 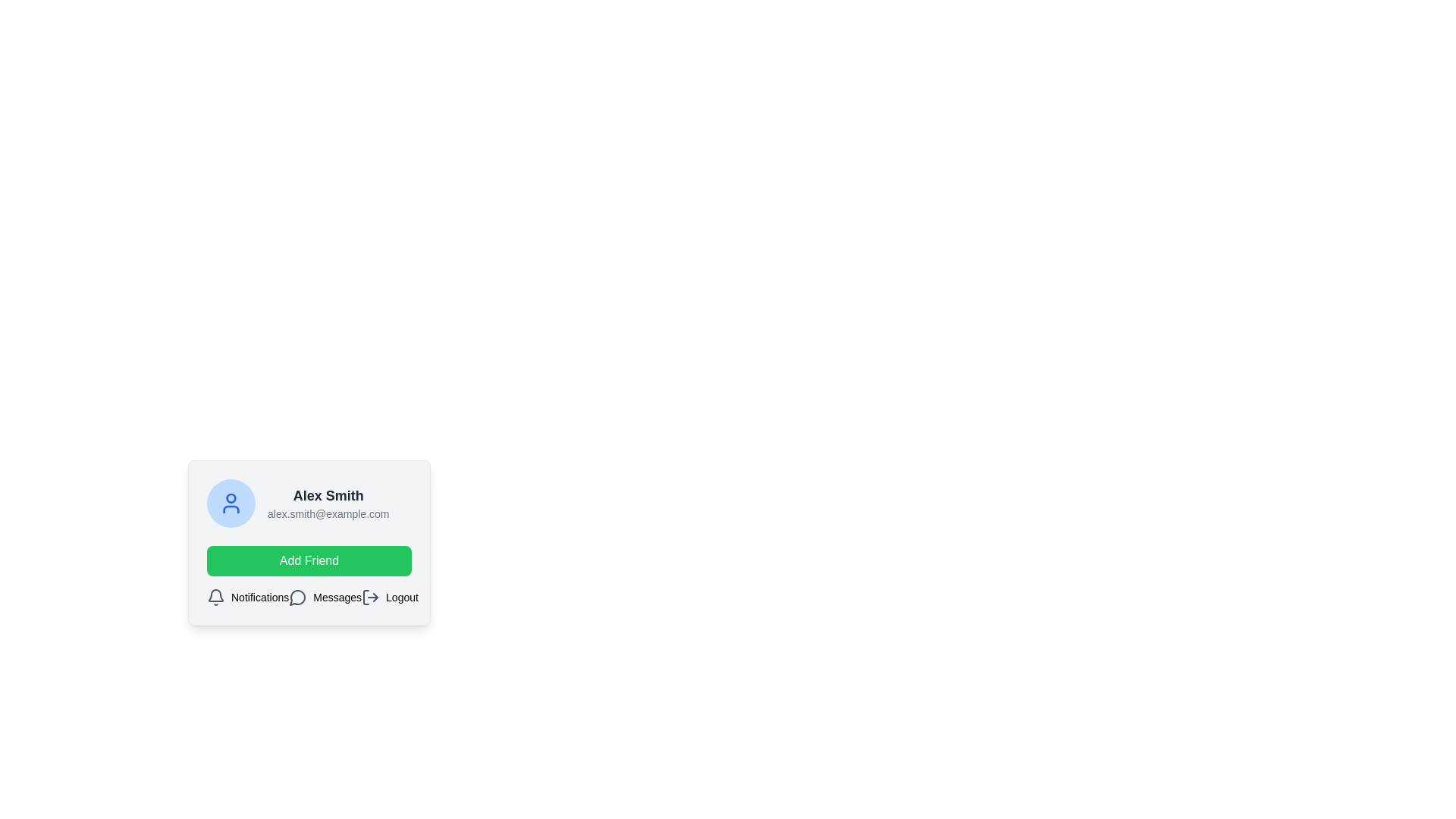 What do you see at coordinates (231, 497) in the screenshot?
I see `the small solid color circle positioned at the upper center of the light blue user profile icon` at bounding box center [231, 497].